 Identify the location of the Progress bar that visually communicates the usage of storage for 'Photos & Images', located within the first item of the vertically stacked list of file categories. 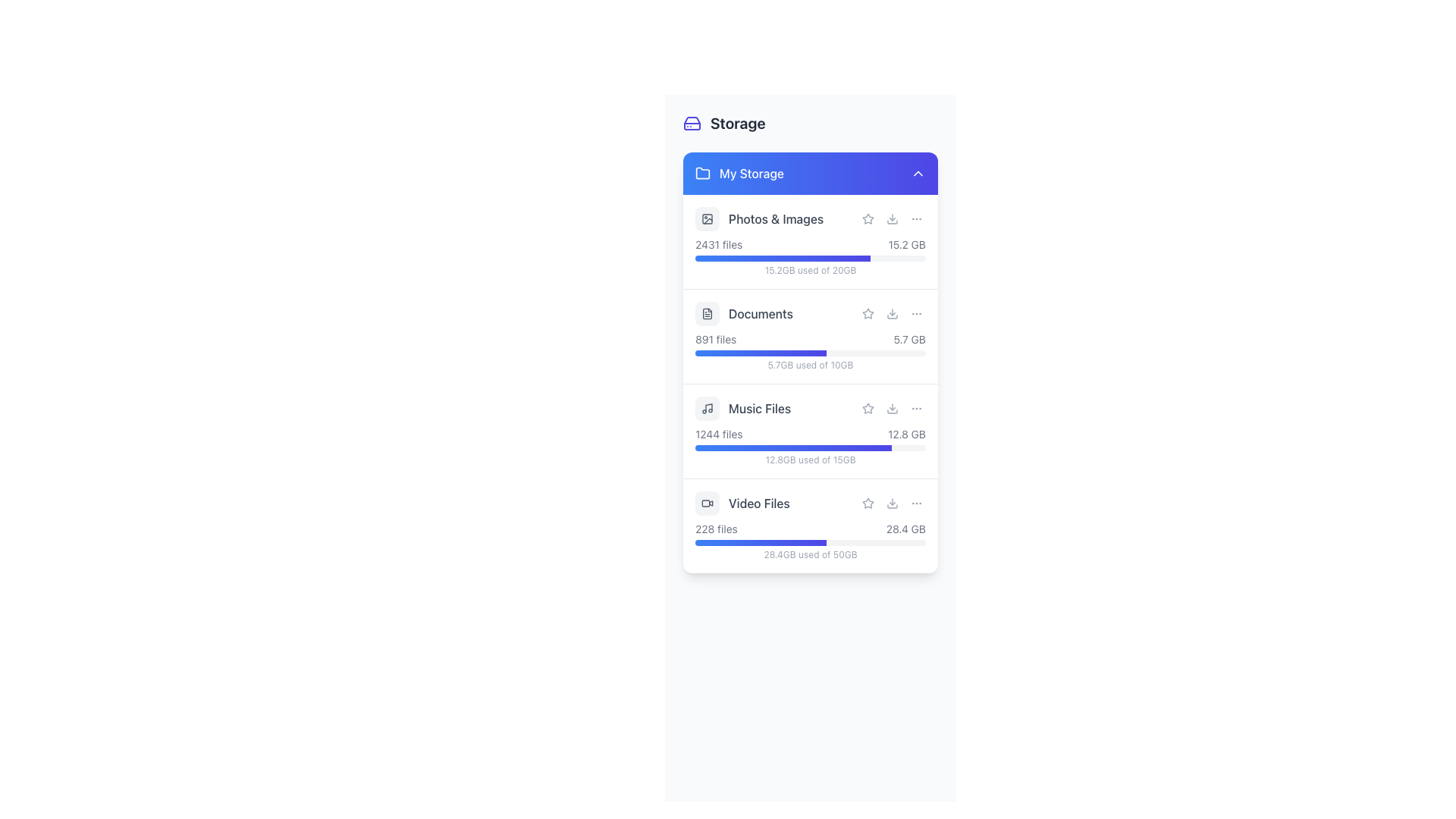
(783, 257).